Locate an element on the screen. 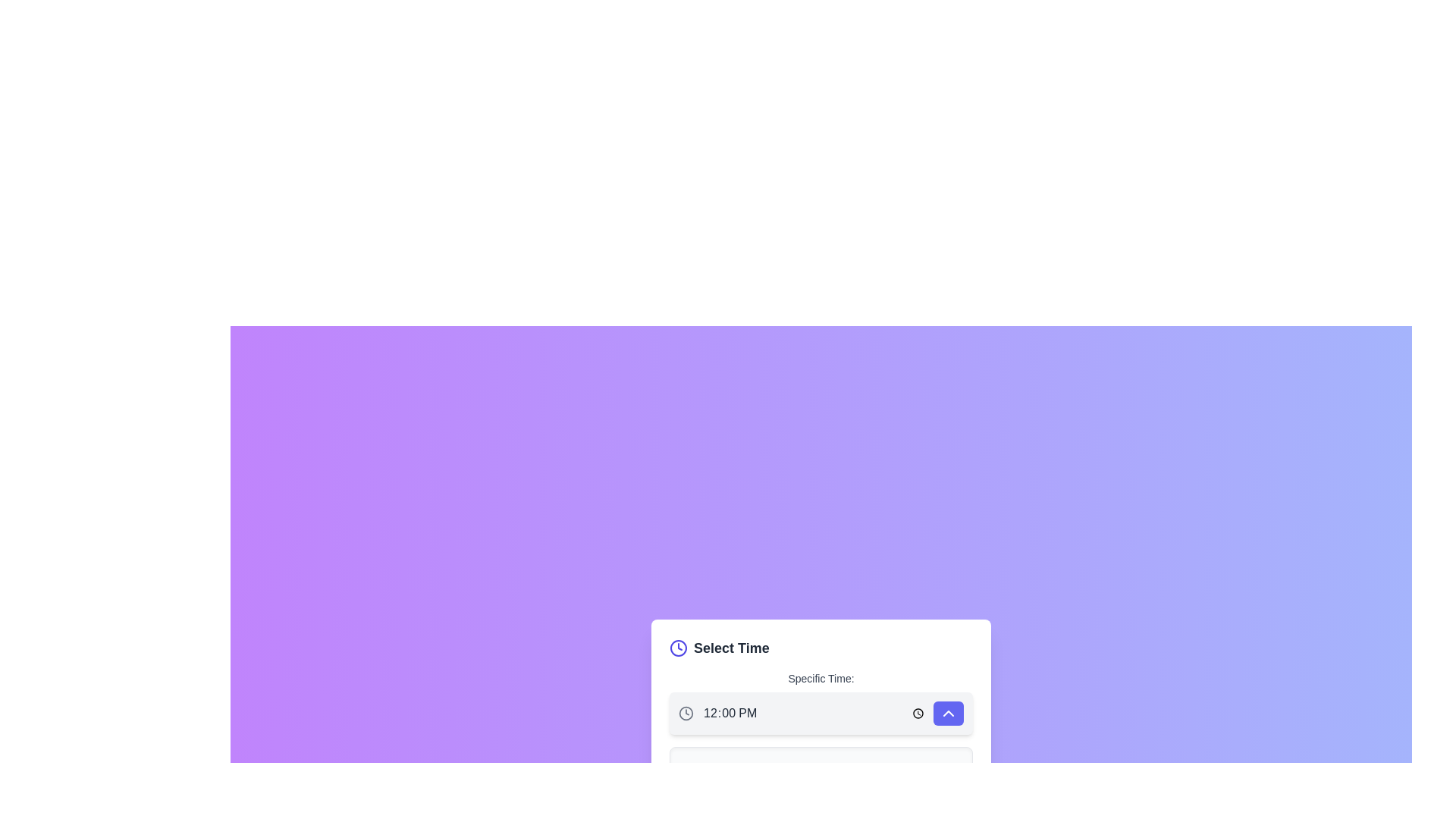 This screenshot has width=1456, height=819. the label that serves as a heading for the time selection components, positioned to the right of the clock icon at the top of the box is located at coordinates (731, 648).